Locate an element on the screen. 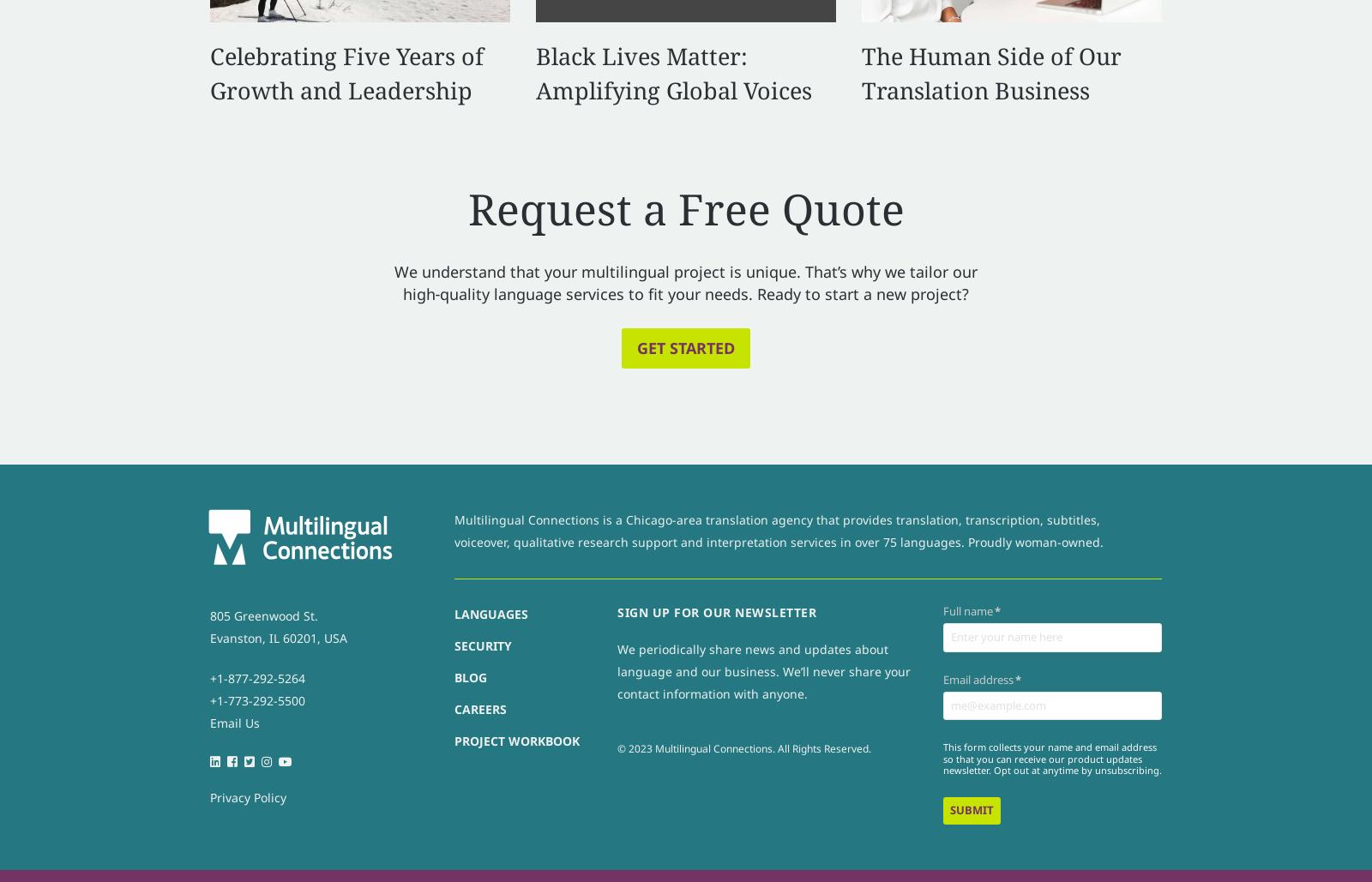  'Careers' is located at coordinates (479, 708).